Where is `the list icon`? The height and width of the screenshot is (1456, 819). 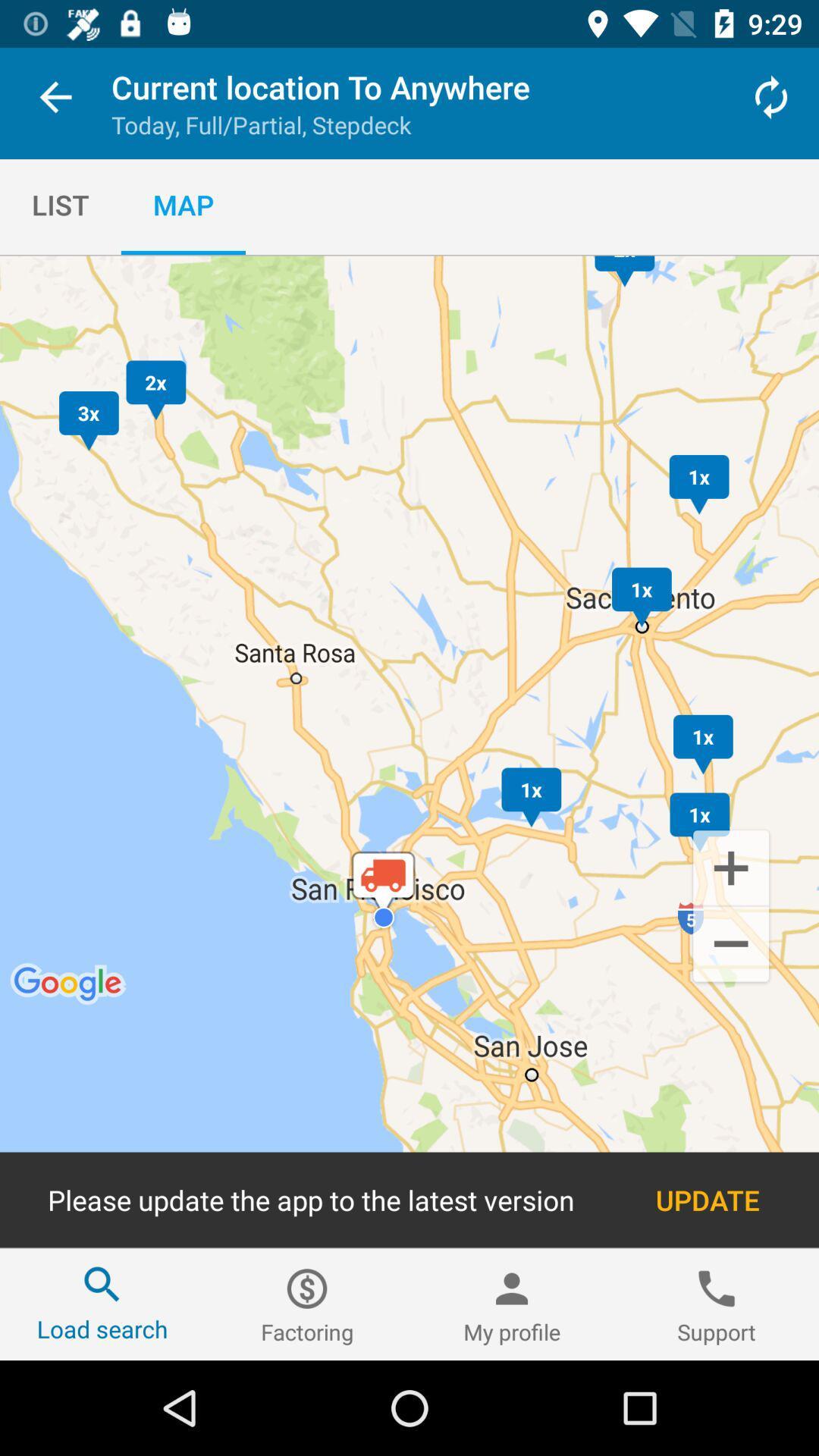
the list icon is located at coordinates (59, 204).